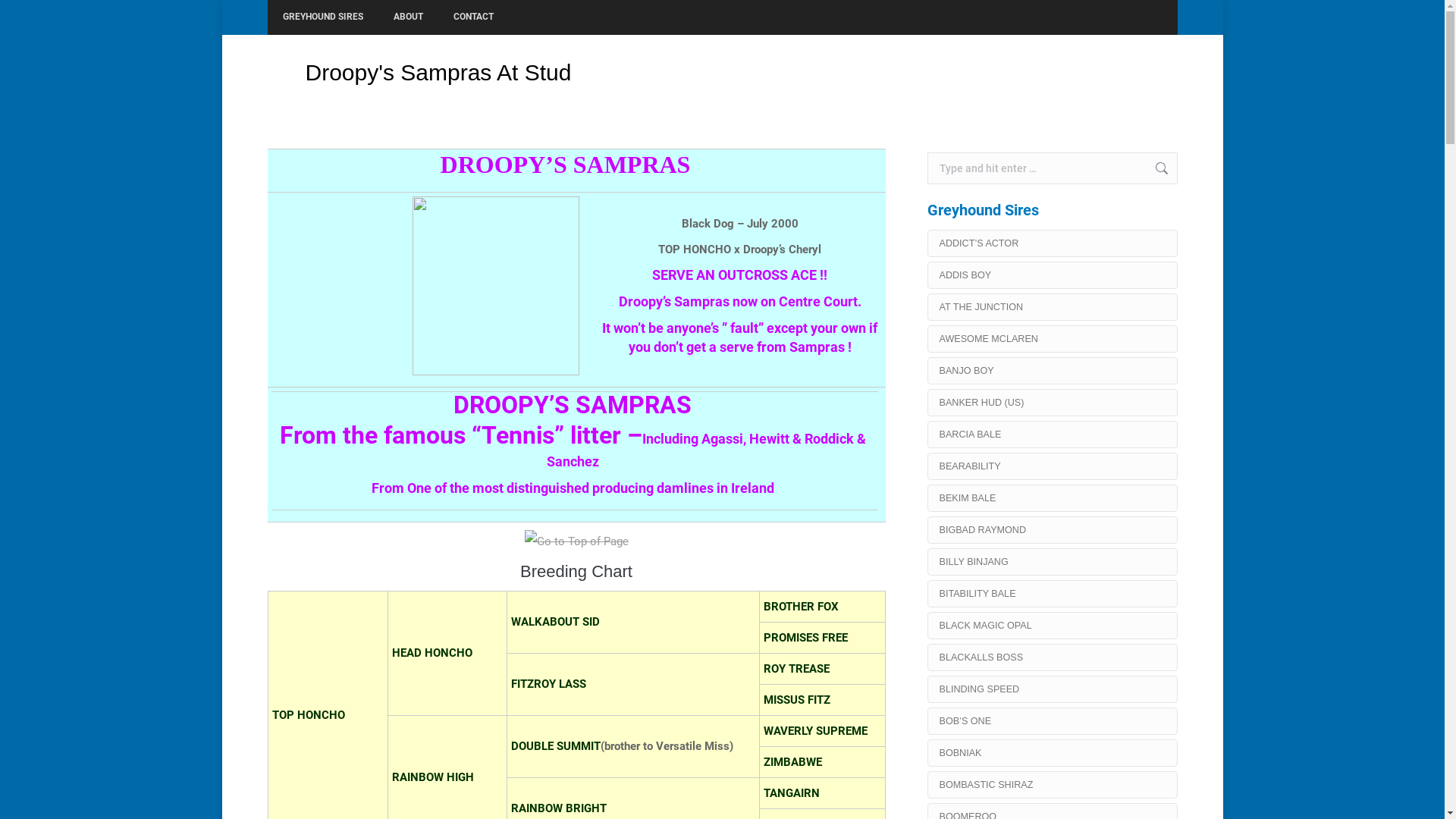  What do you see at coordinates (1037, 73) in the screenshot?
I see `'Home'` at bounding box center [1037, 73].